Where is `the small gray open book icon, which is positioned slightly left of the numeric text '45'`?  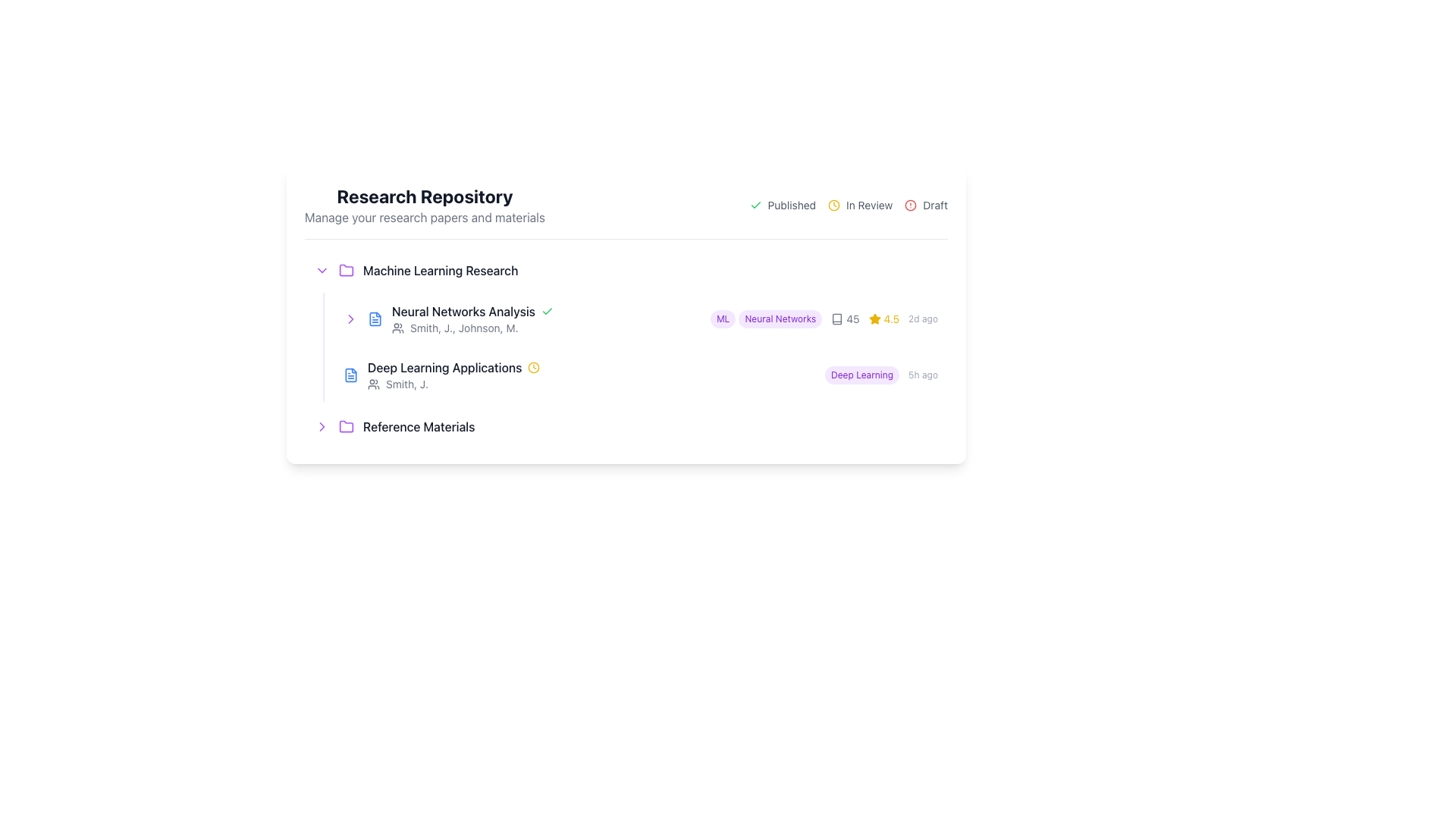 the small gray open book icon, which is positioned slightly left of the numeric text '45' is located at coordinates (836, 318).